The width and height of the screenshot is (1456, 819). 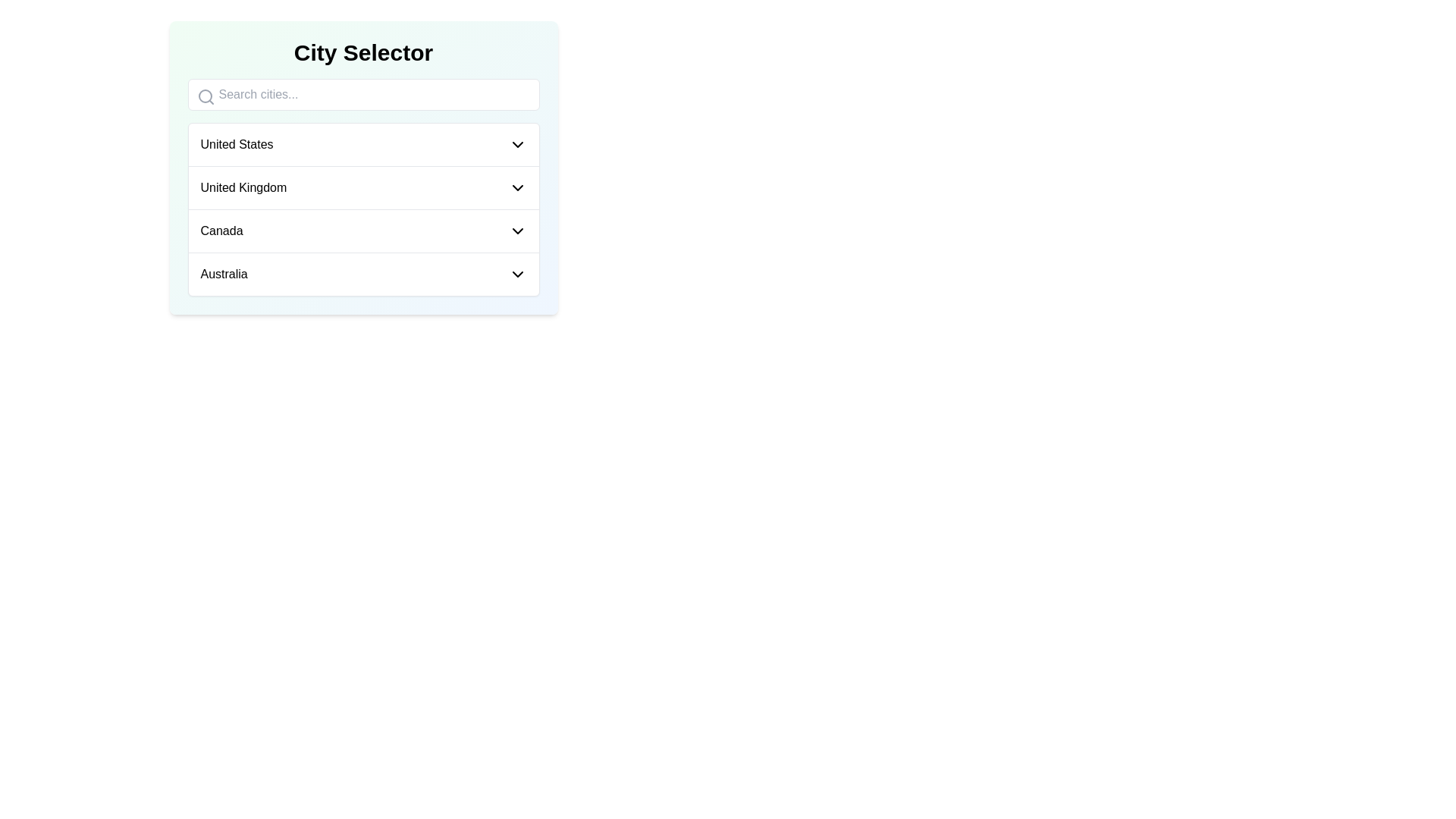 What do you see at coordinates (362, 145) in the screenshot?
I see `the topmost list item labeled 'United States'` at bounding box center [362, 145].